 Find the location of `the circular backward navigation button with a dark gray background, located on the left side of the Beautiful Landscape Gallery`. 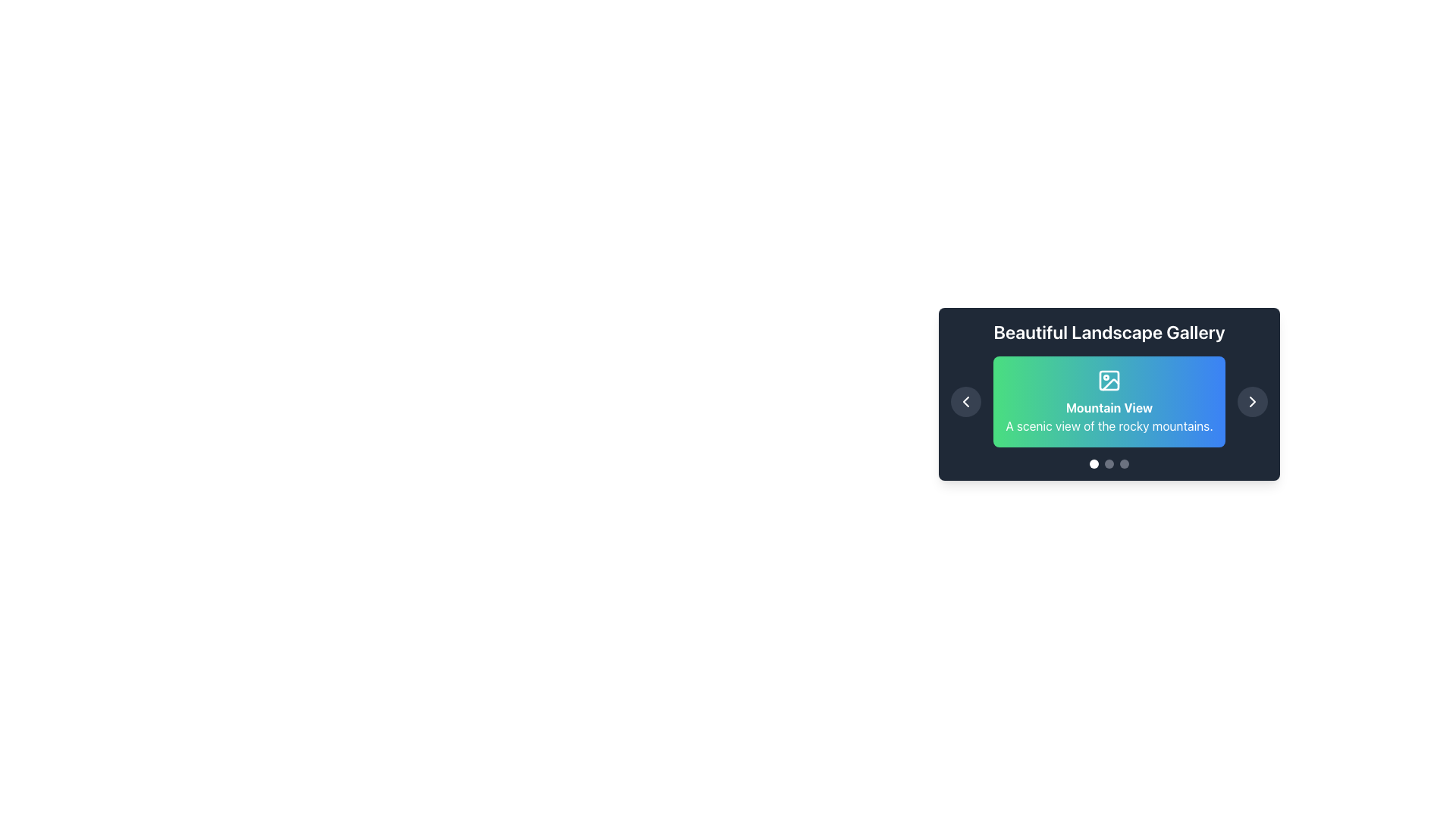

the circular backward navigation button with a dark gray background, located on the left side of the Beautiful Landscape Gallery is located at coordinates (965, 400).